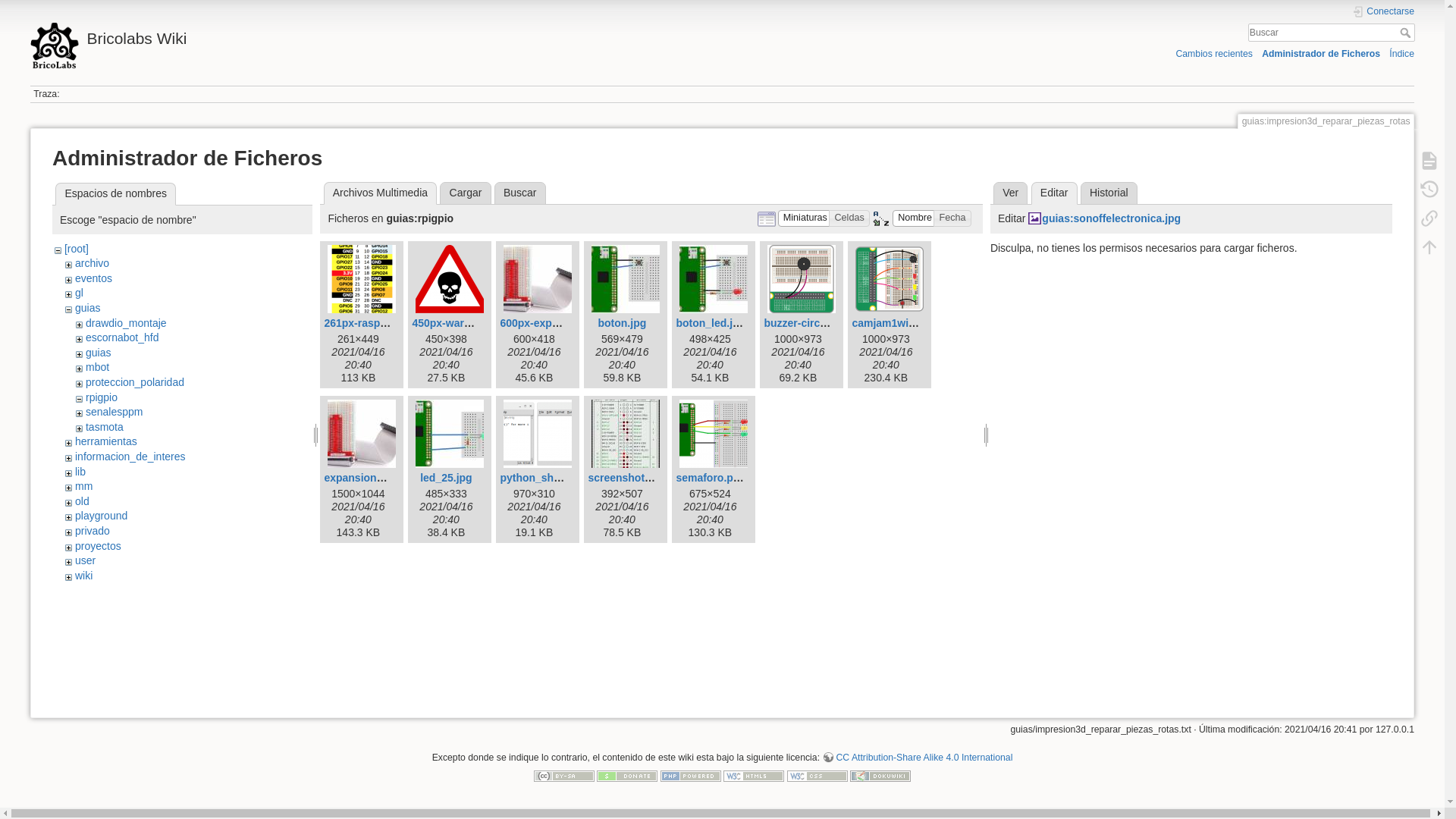 The width and height of the screenshot is (1456, 819). What do you see at coordinates (134, 381) in the screenshot?
I see `'proteccion_polaridad'` at bounding box center [134, 381].